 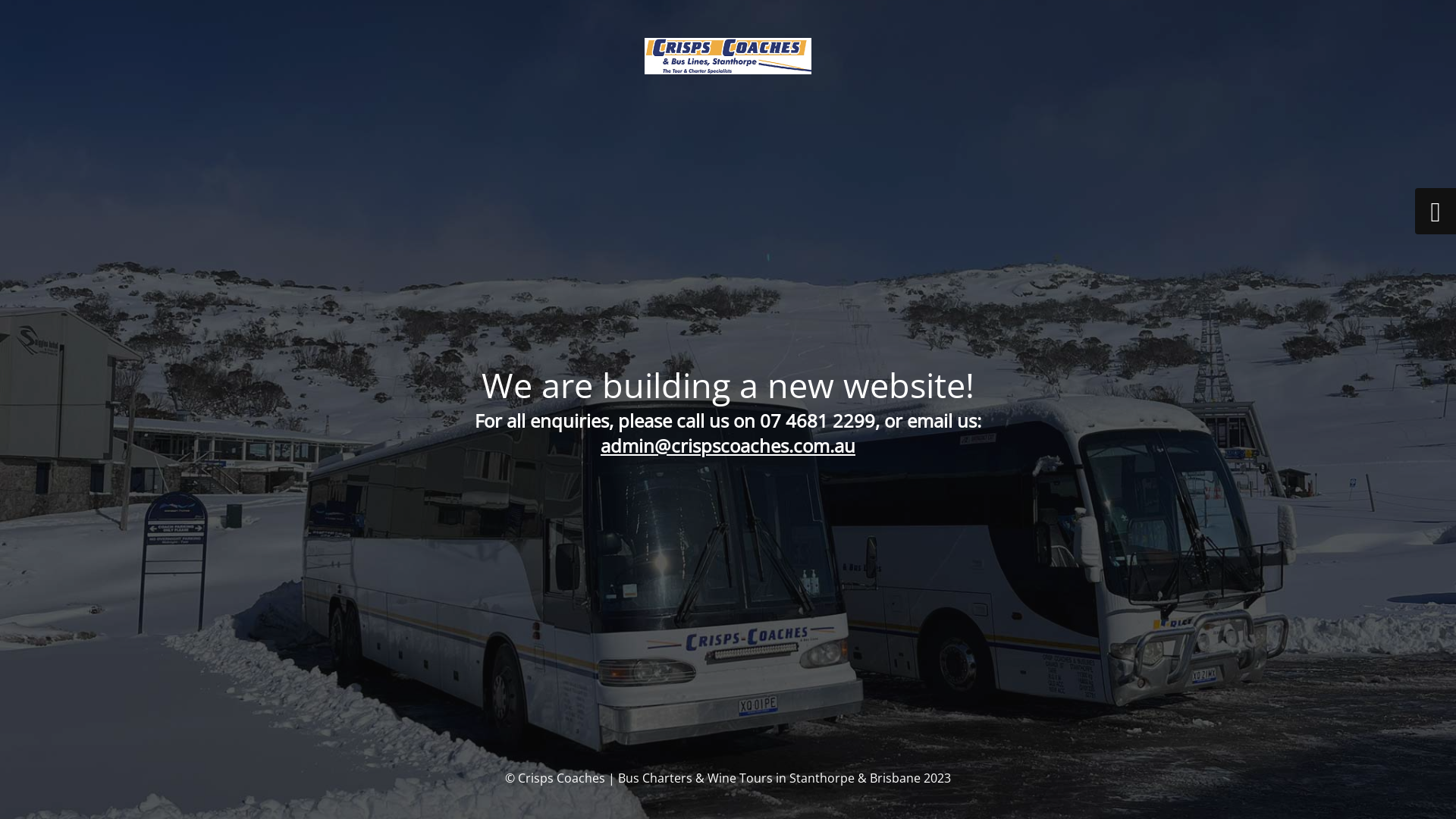 I want to click on 'admin@crispscoaches.com.au', so click(x=728, y=444).